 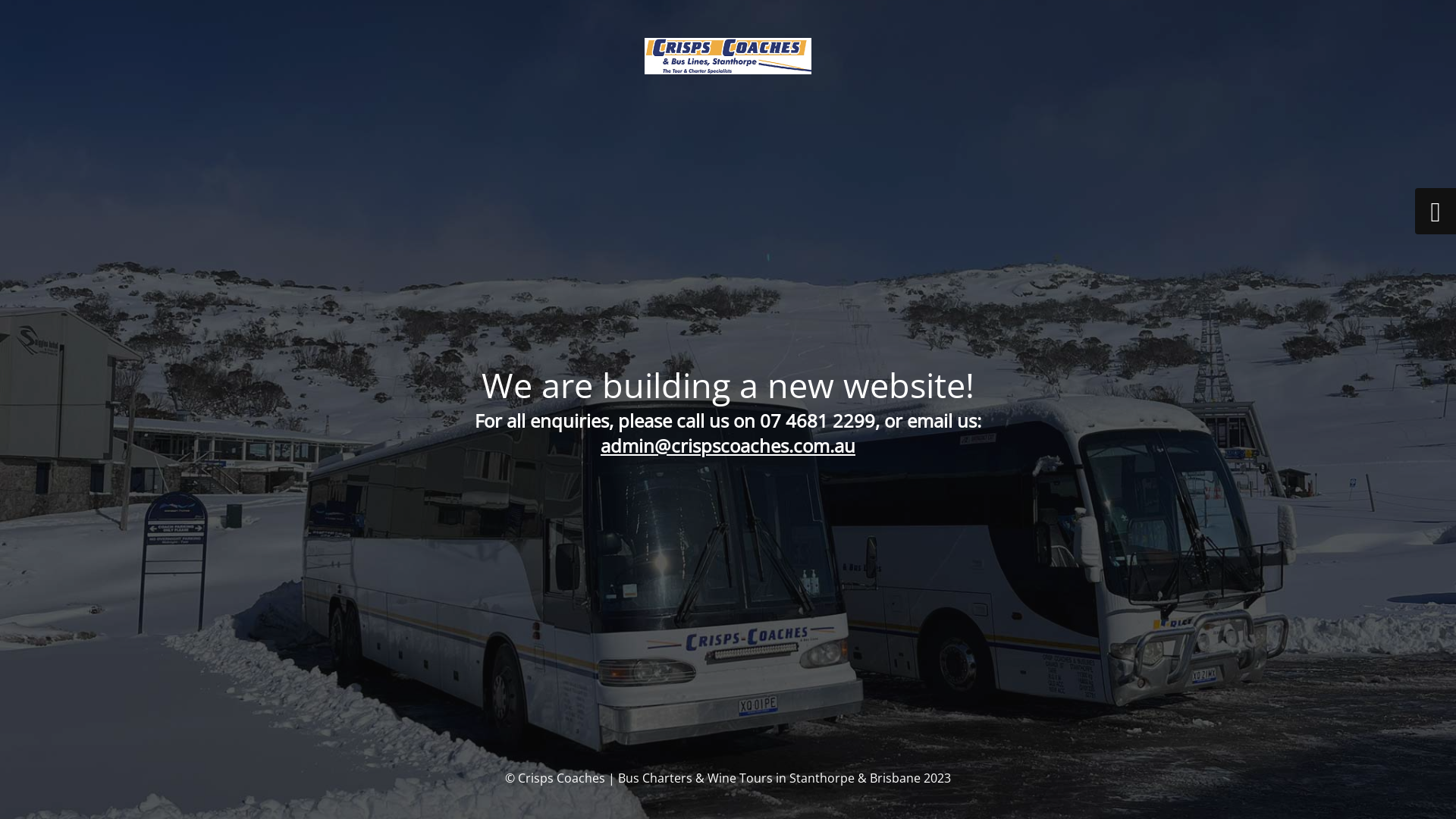 I want to click on 'admin@crispscoaches.com.au', so click(x=728, y=444).